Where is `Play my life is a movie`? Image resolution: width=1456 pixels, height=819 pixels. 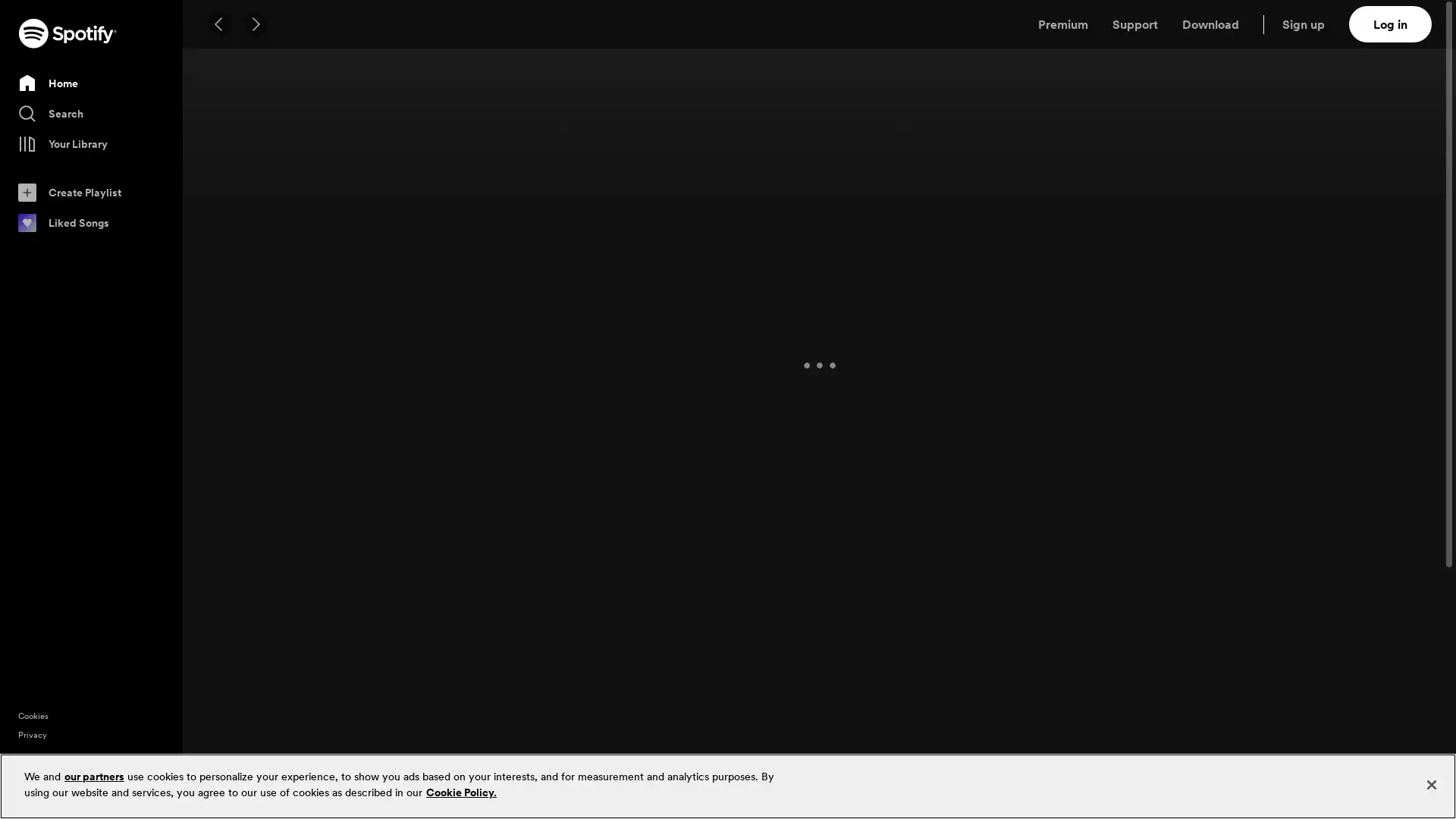
Play my life is a movie is located at coordinates (927, 762).